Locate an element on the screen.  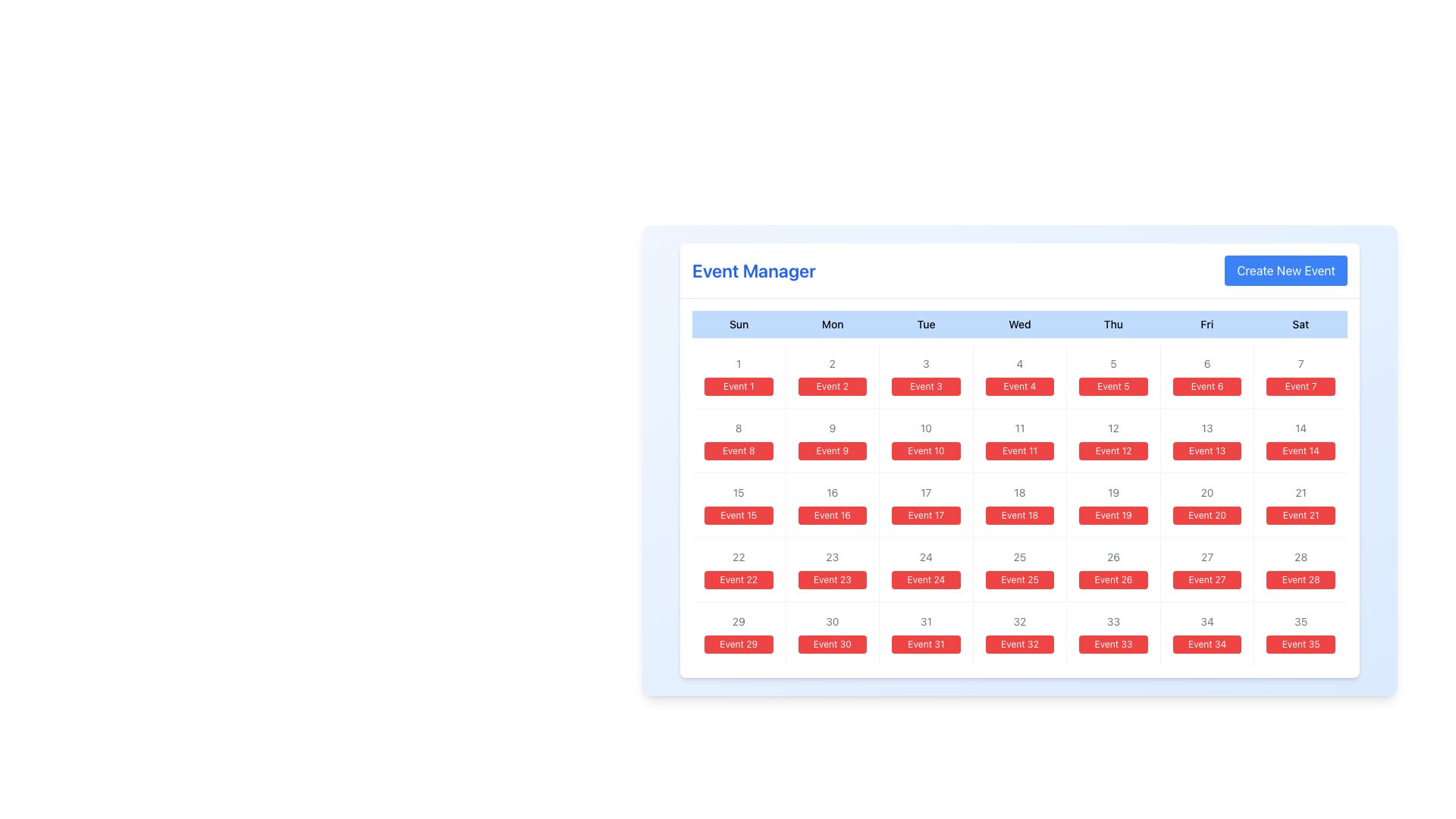
the text element that represents the day number in the calendar view, located under the 'Thu' column and in the third row, above the 'Event 12' button is located at coordinates (1113, 428).